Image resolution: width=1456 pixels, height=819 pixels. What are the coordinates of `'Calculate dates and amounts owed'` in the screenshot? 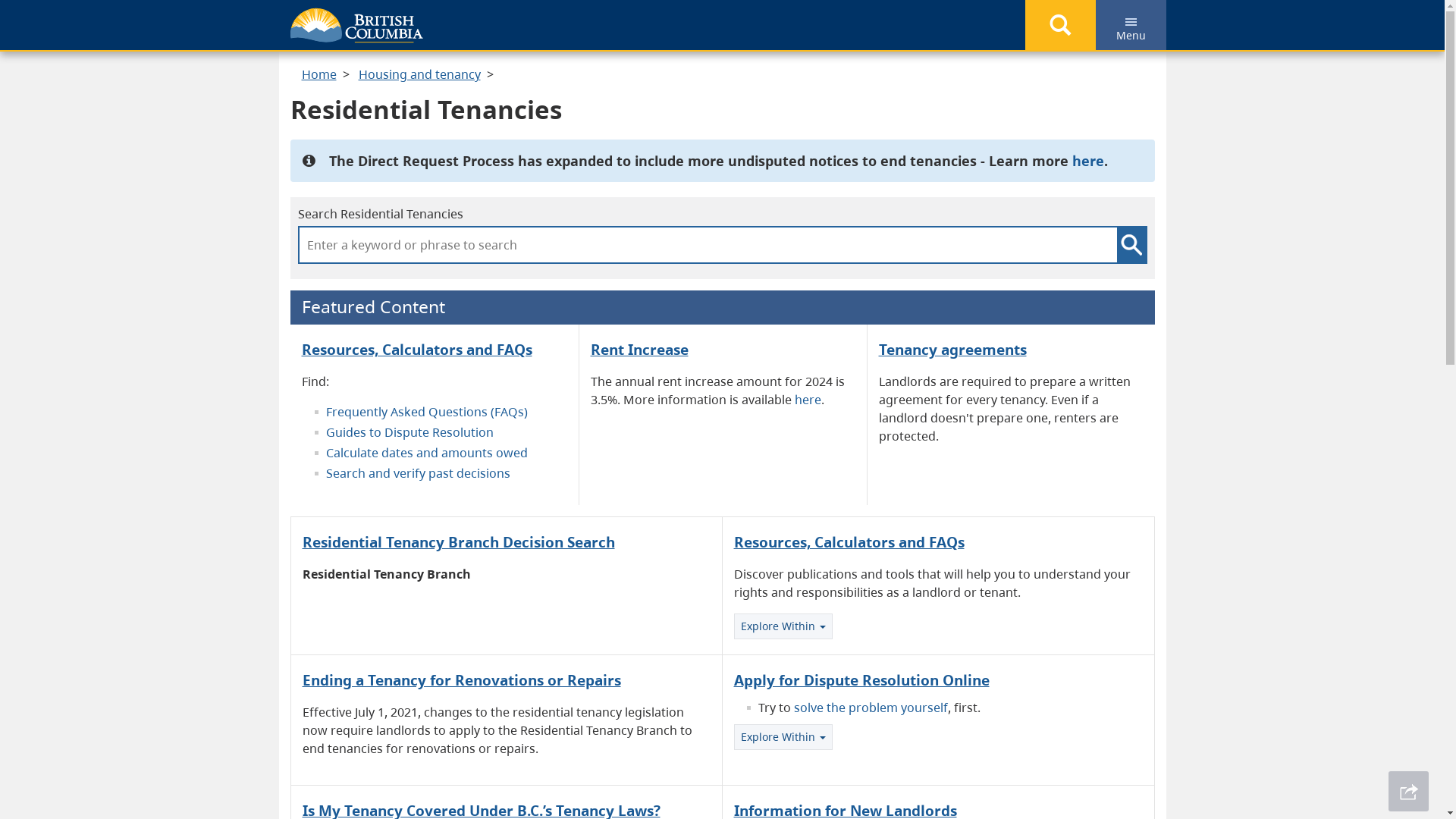 It's located at (425, 452).